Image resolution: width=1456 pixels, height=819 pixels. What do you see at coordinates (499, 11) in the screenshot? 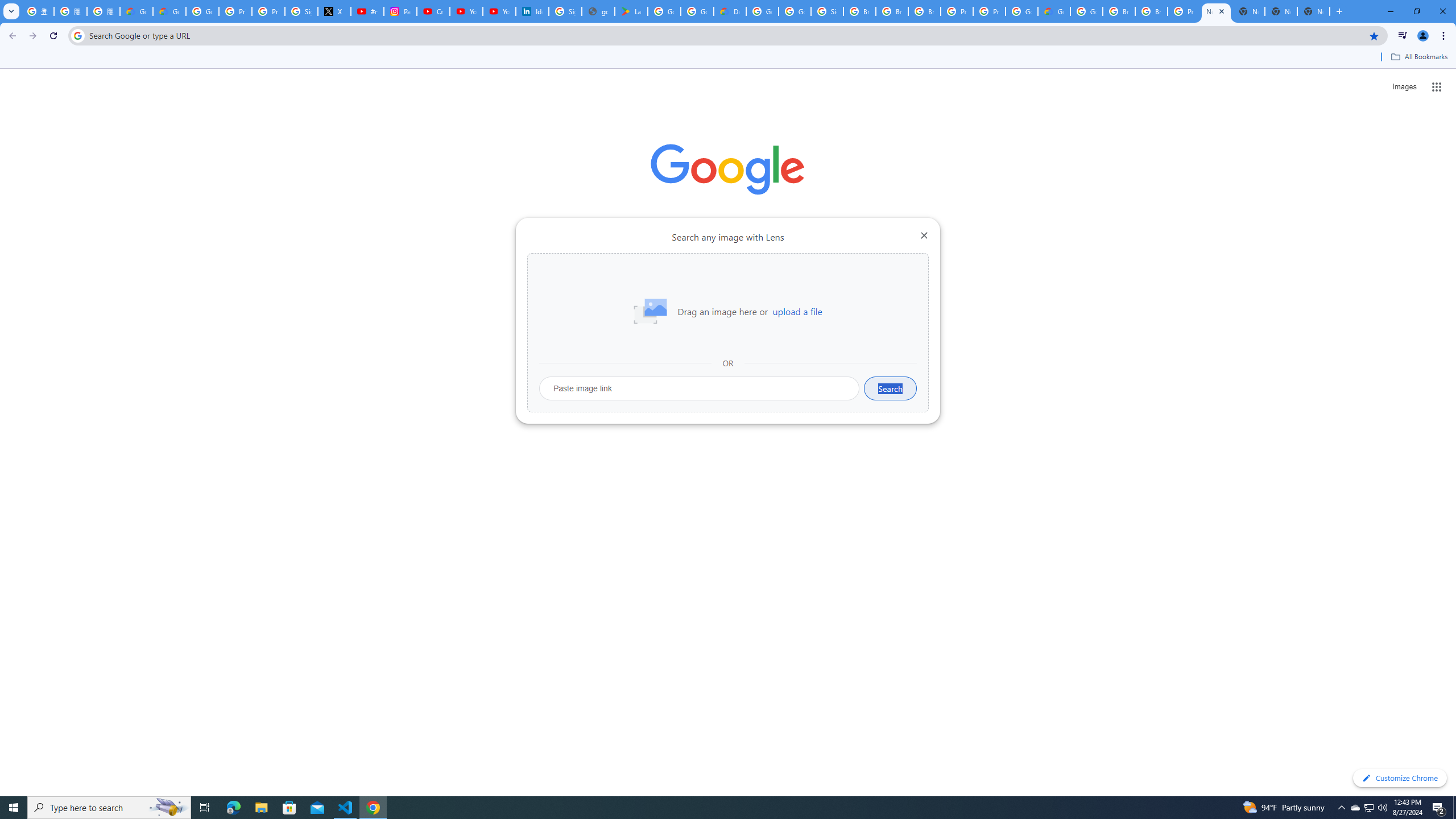
I see `'YouTube Culture & Trends - YouTube Top 10, 2021'` at bounding box center [499, 11].